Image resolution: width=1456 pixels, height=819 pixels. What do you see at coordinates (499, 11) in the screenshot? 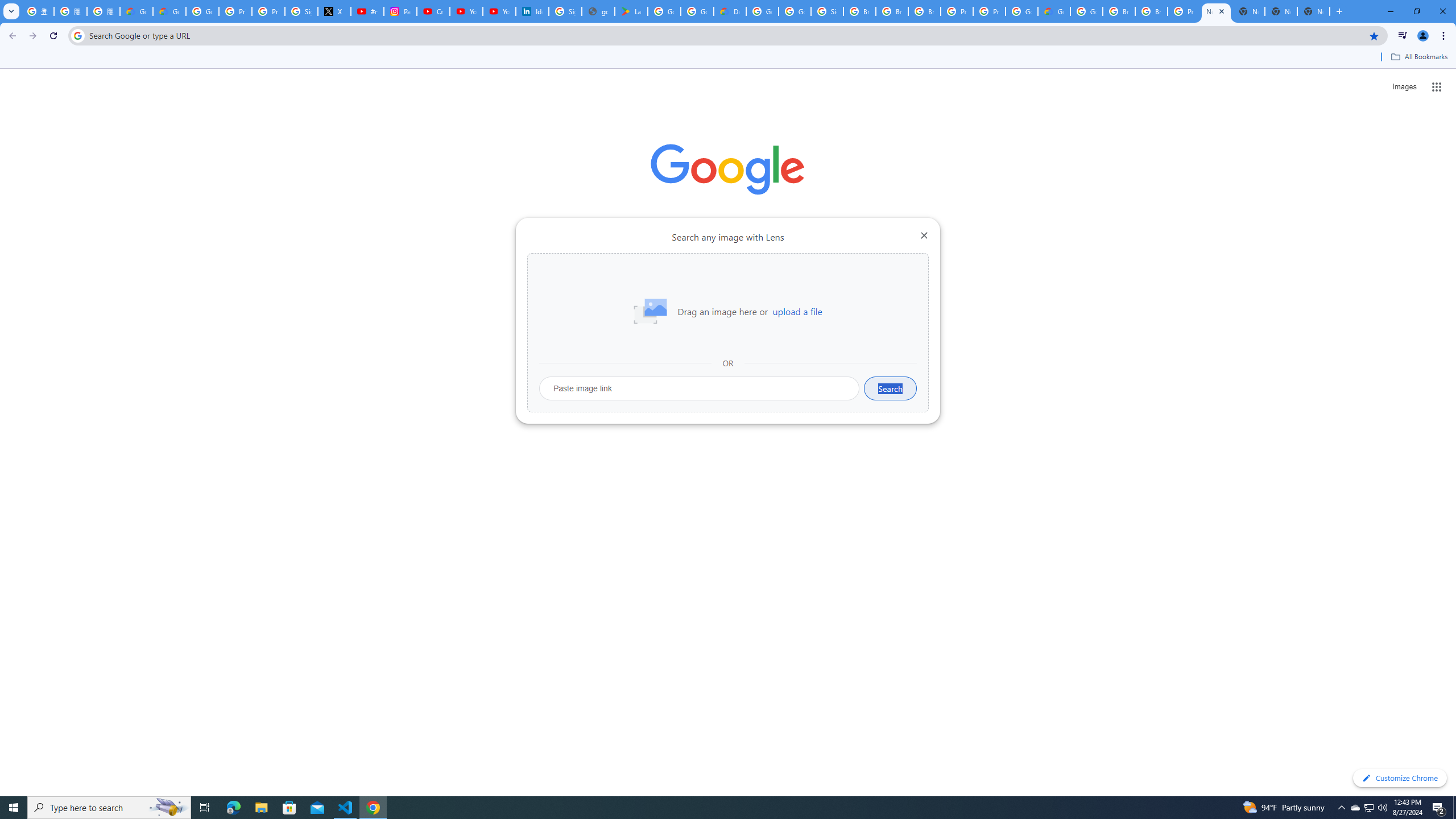
I see `'YouTube Culture & Trends - YouTube Top 10, 2021'` at bounding box center [499, 11].